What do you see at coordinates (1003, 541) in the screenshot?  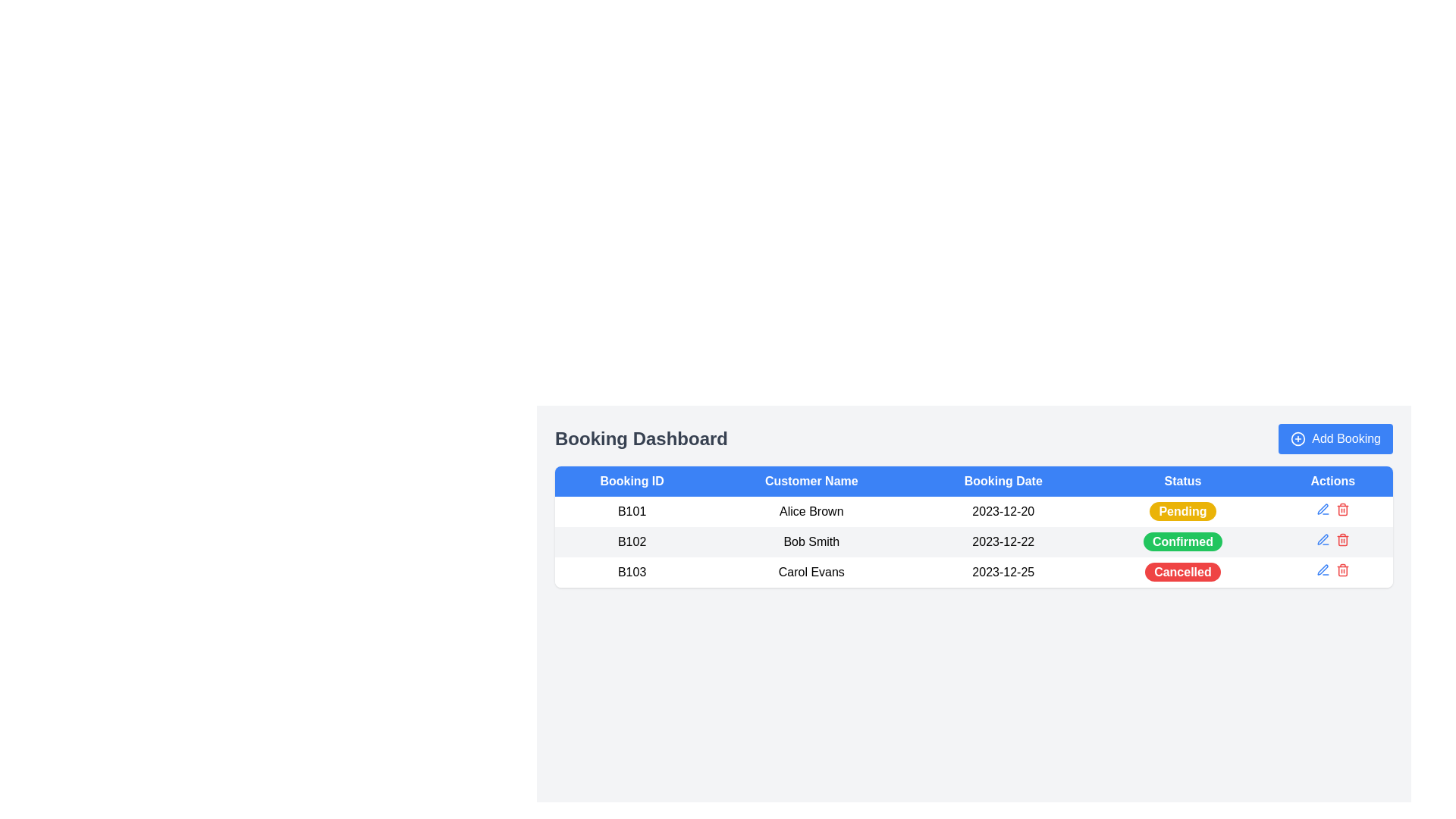 I see `the non-interactive text label that displays the booking date for 'Bob Smith' (Booking ID: B102) in the 'Booking Date' column of the booking table` at bounding box center [1003, 541].